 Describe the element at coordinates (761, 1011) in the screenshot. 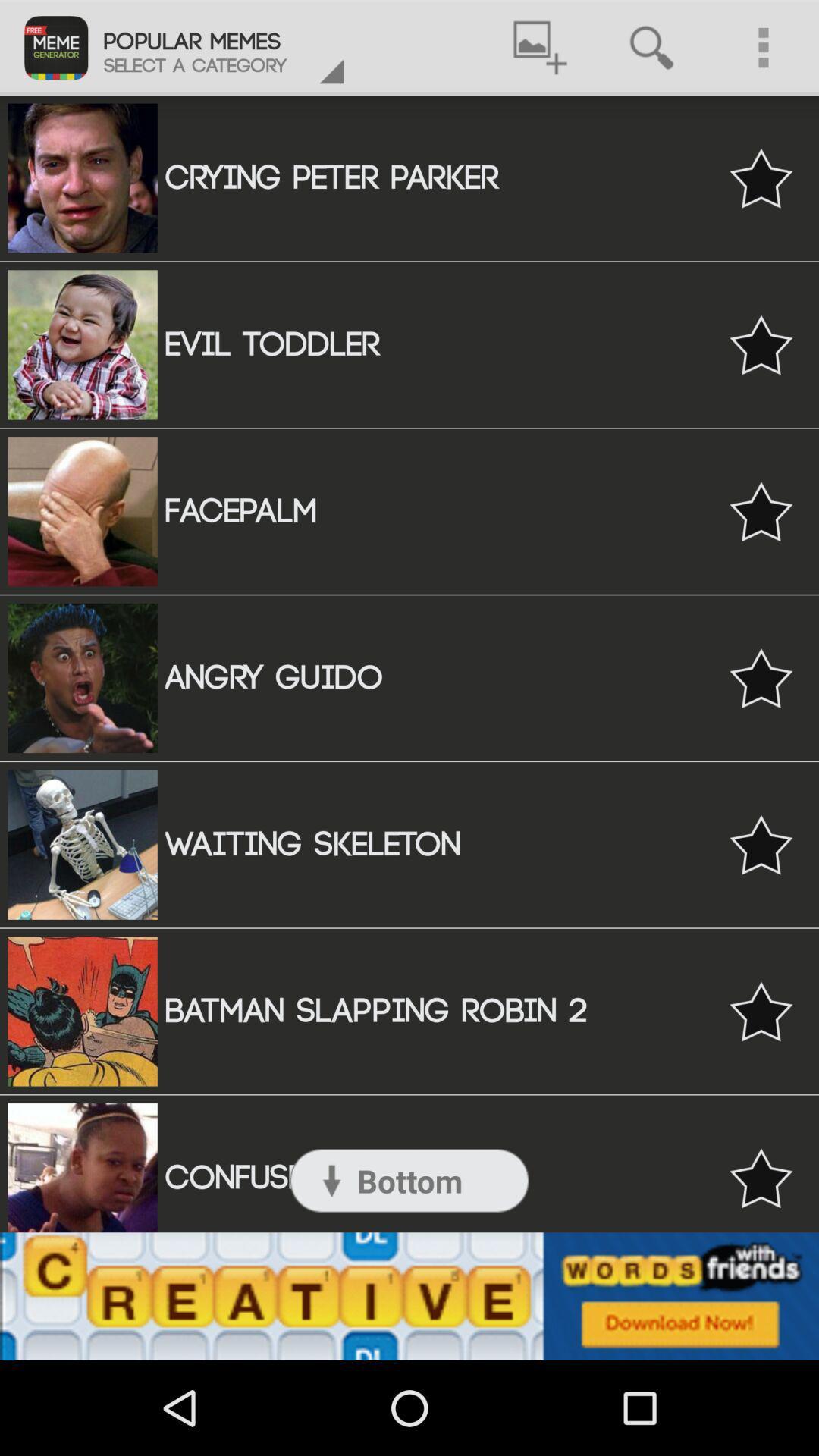

I see `star save to favorites` at that location.